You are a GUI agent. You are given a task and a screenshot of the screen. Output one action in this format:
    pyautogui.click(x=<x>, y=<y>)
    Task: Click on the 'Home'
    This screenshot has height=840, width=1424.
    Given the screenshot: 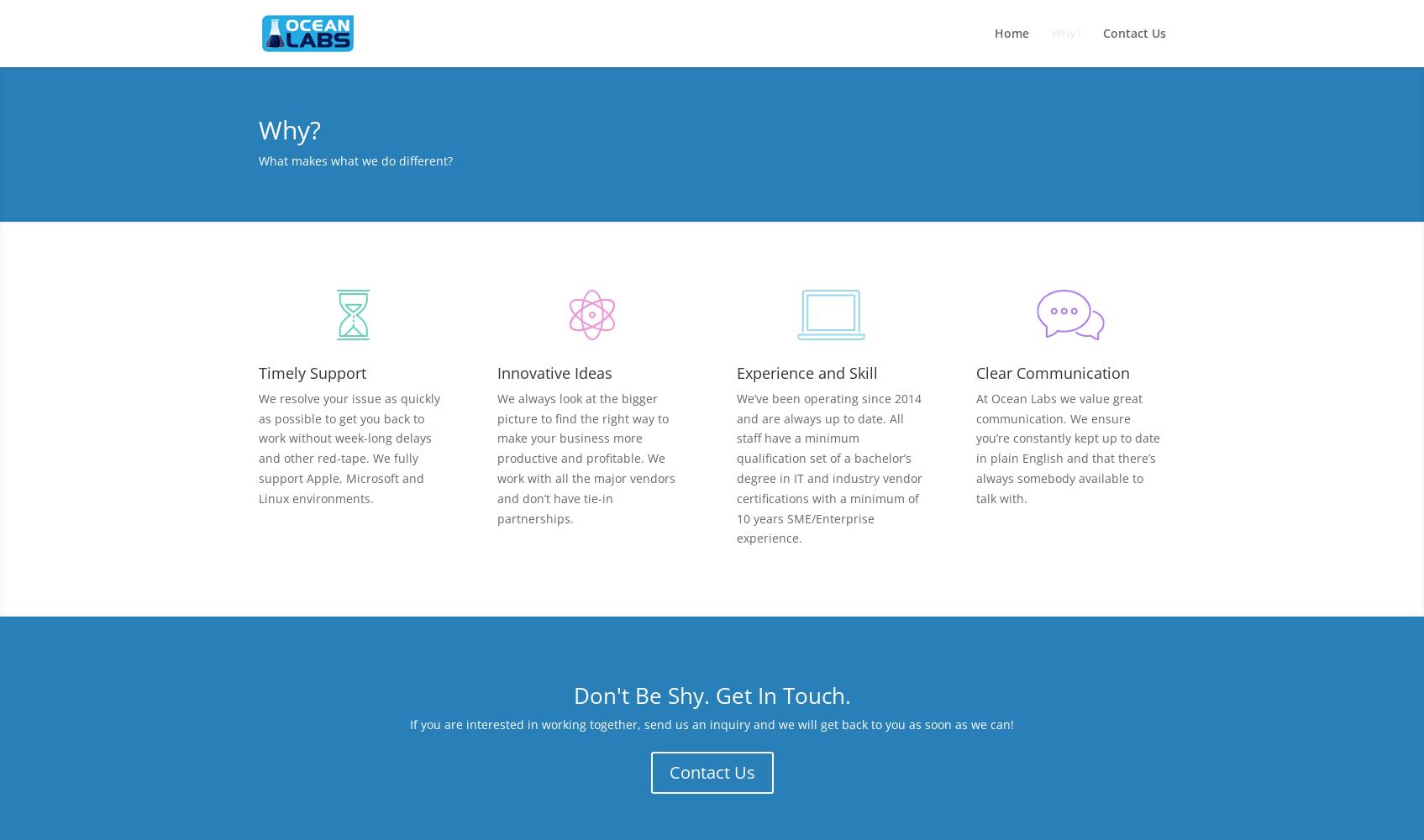 What is the action you would take?
    pyautogui.click(x=1011, y=33)
    